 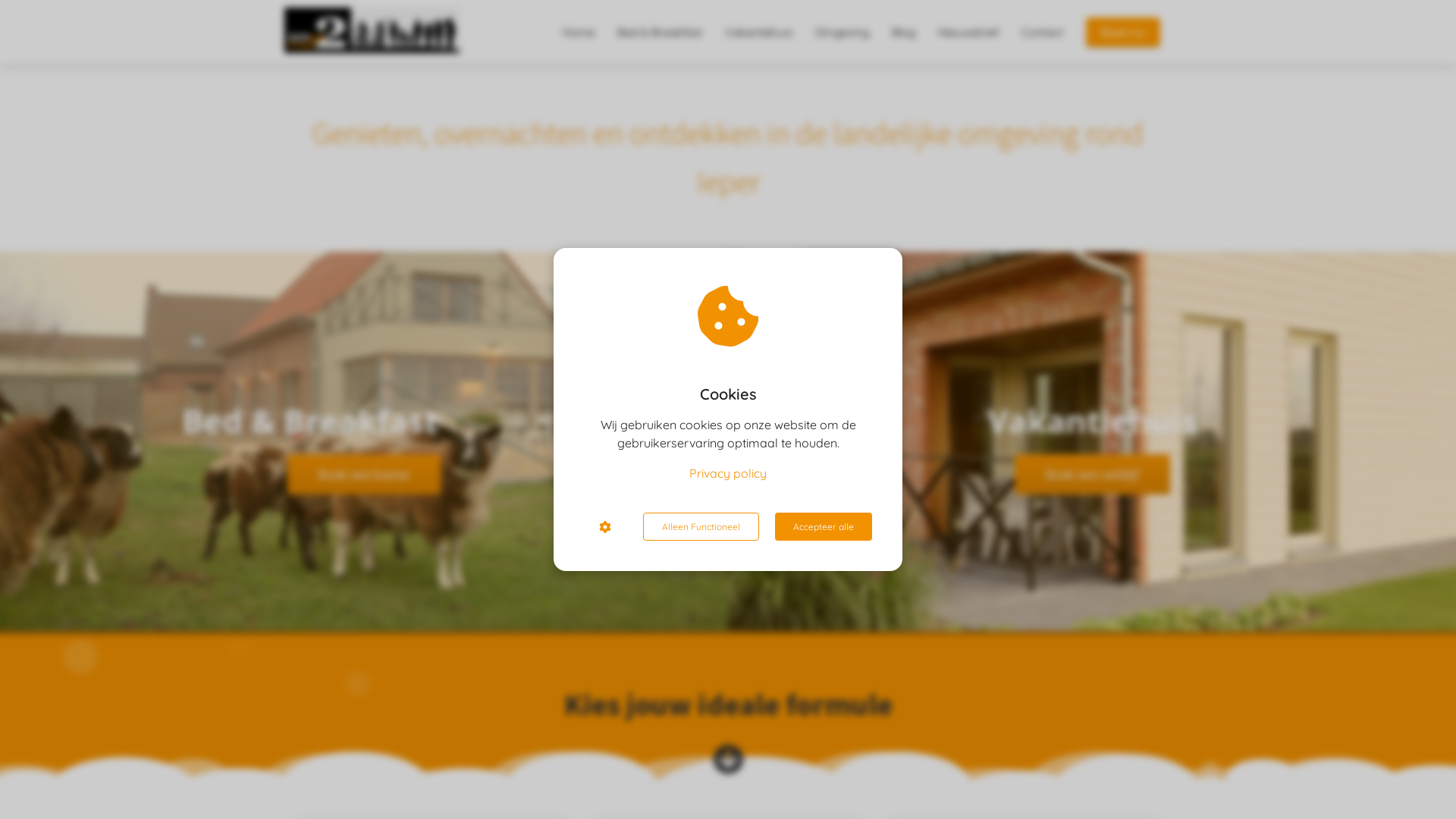 What do you see at coordinates (364, 475) in the screenshot?
I see `'Boek een kamer'` at bounding box center [364, 475].